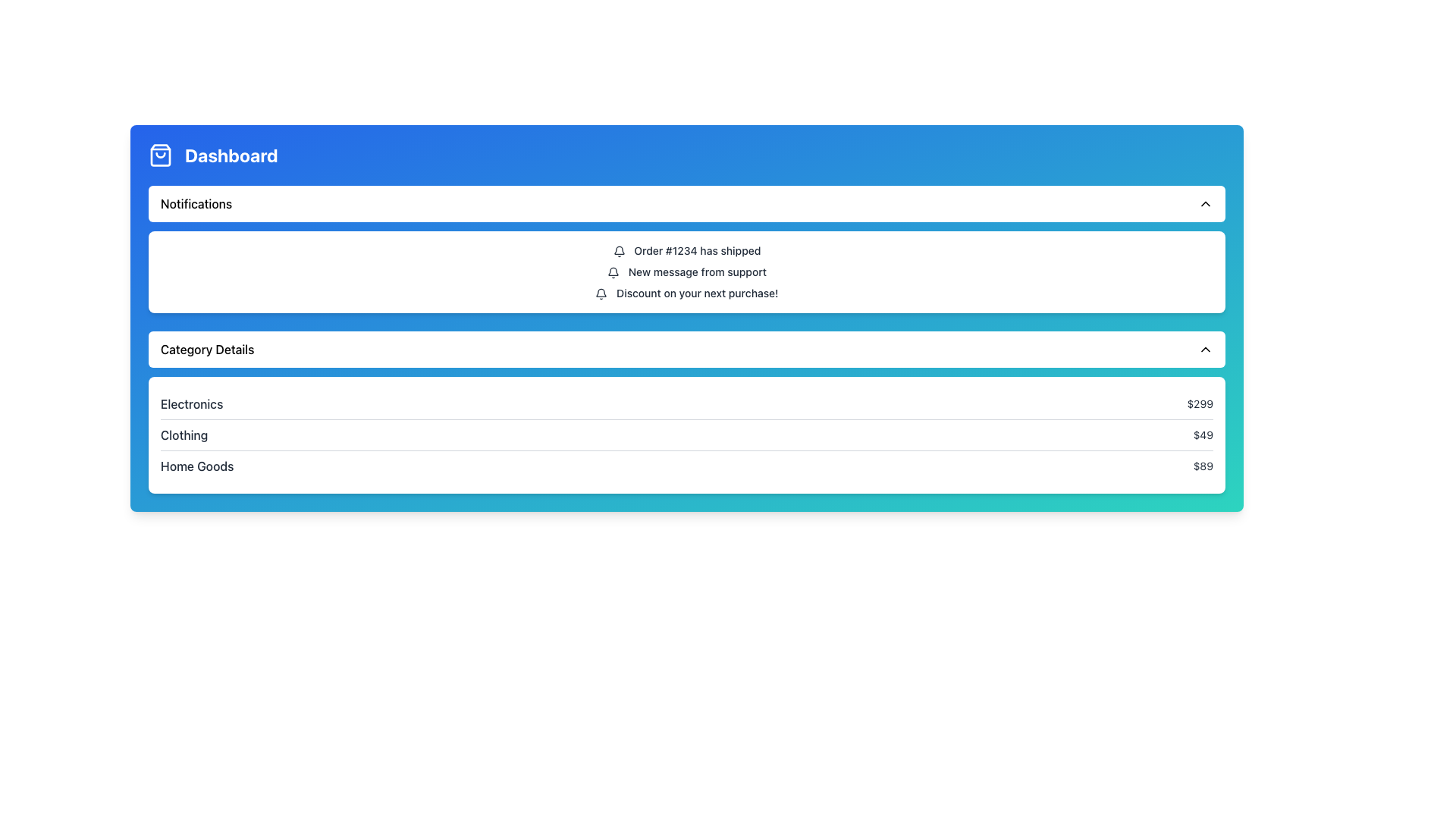 Image resolution: width=1456 pixels, height=819 pixels. I want to click on the Decorative Icon located at the top-left corner of the notification list, which symbolizes notifications and alerts, so click(601, 293).